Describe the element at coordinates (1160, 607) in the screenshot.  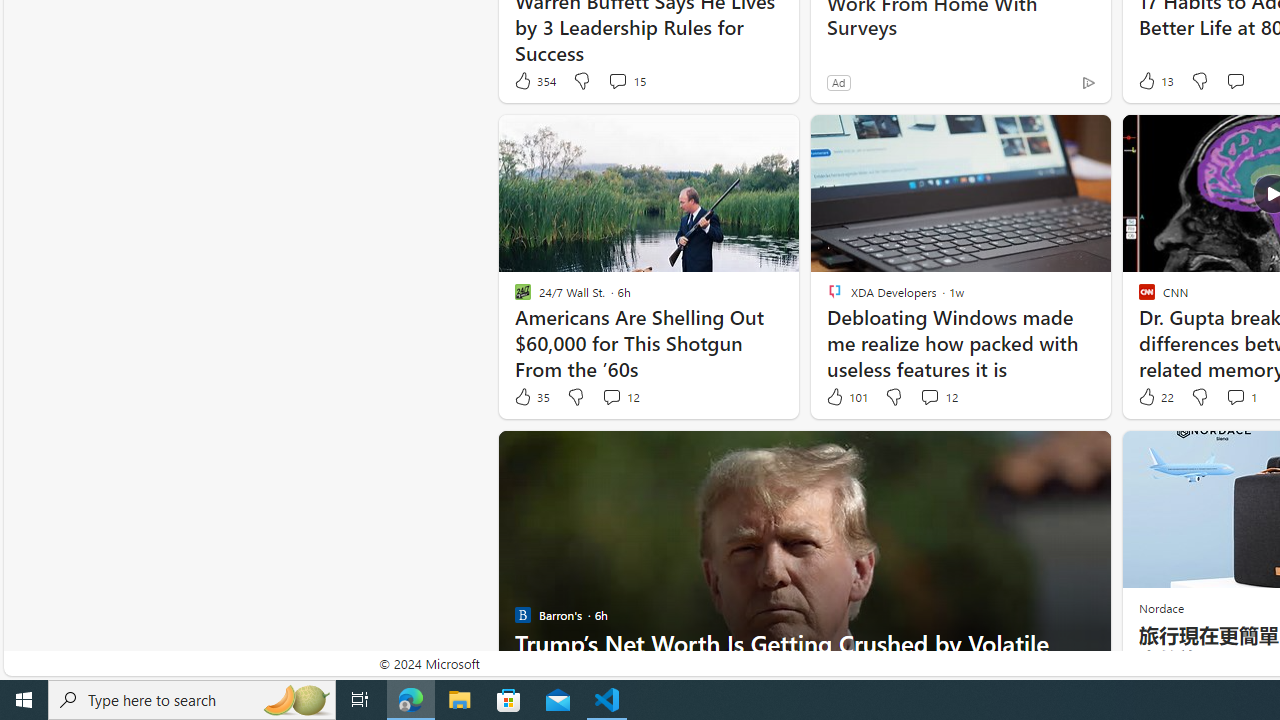
I see `'Nordace'` at that location.